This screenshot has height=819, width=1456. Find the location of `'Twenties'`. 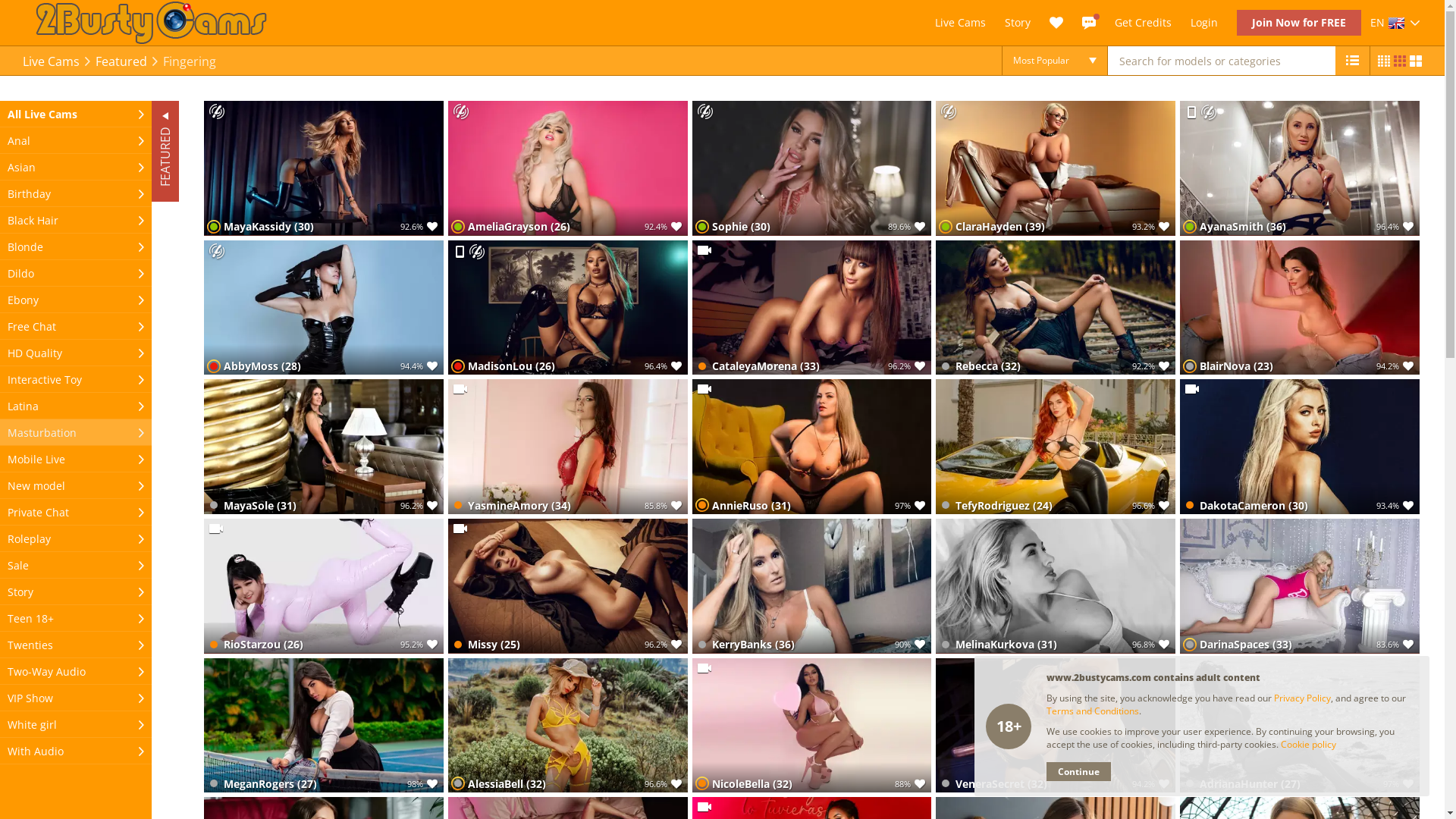

'Twenties' is located at coordinates (0, 645).